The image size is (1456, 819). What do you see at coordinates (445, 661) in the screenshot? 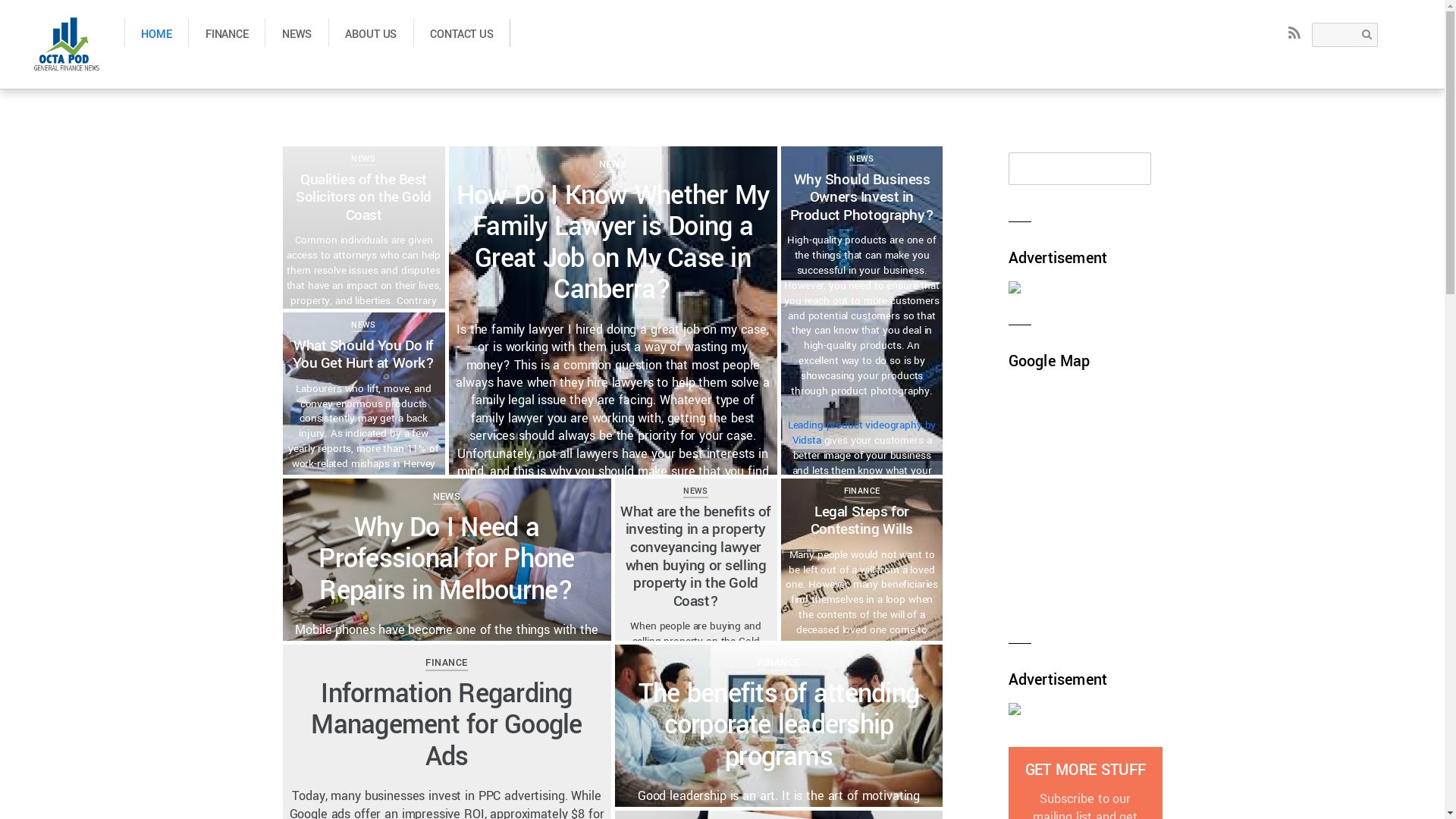
I see `'FINANCE'` at bounding box center [445, 661].